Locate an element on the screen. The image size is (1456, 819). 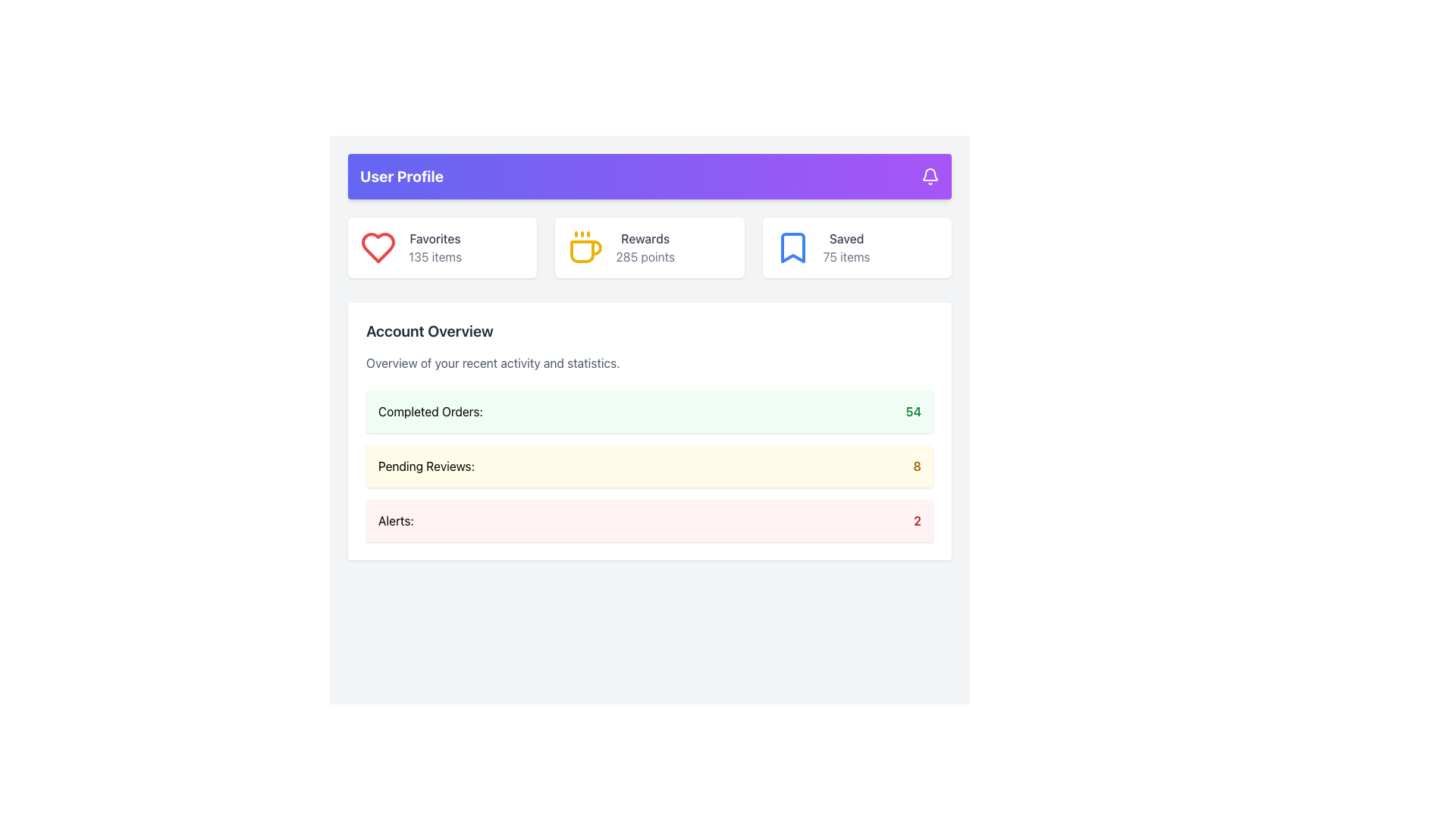
the Informational Card with a green background that displays 'Completed Orders:' and the value '54' in bold, located above 'Pending Reviews' and below 'Account Overview' is located at coordinates (650, 412).